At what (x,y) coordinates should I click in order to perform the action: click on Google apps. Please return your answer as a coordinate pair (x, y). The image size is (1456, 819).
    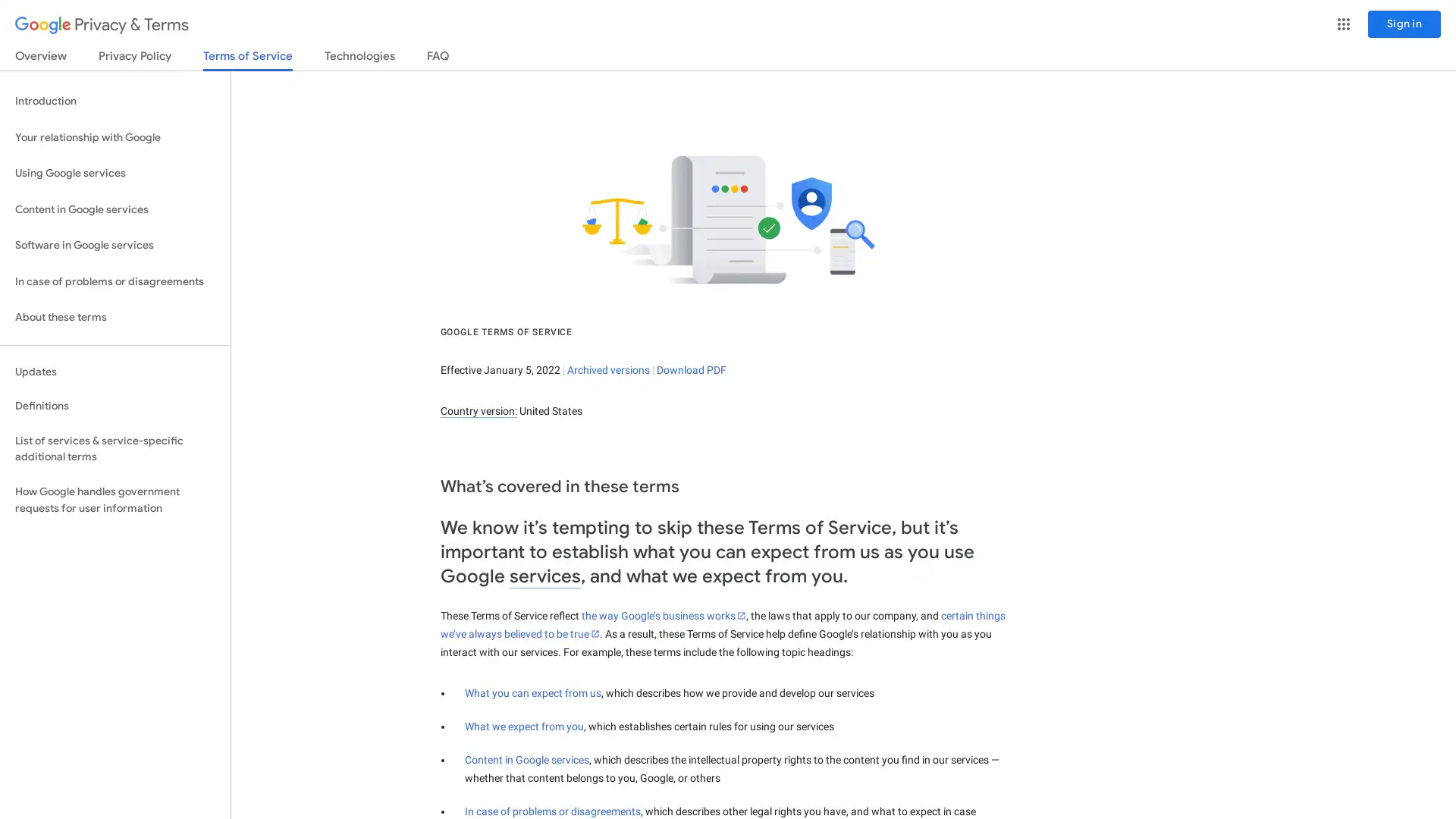
    Looking at the image, I should click on (1343, 24).